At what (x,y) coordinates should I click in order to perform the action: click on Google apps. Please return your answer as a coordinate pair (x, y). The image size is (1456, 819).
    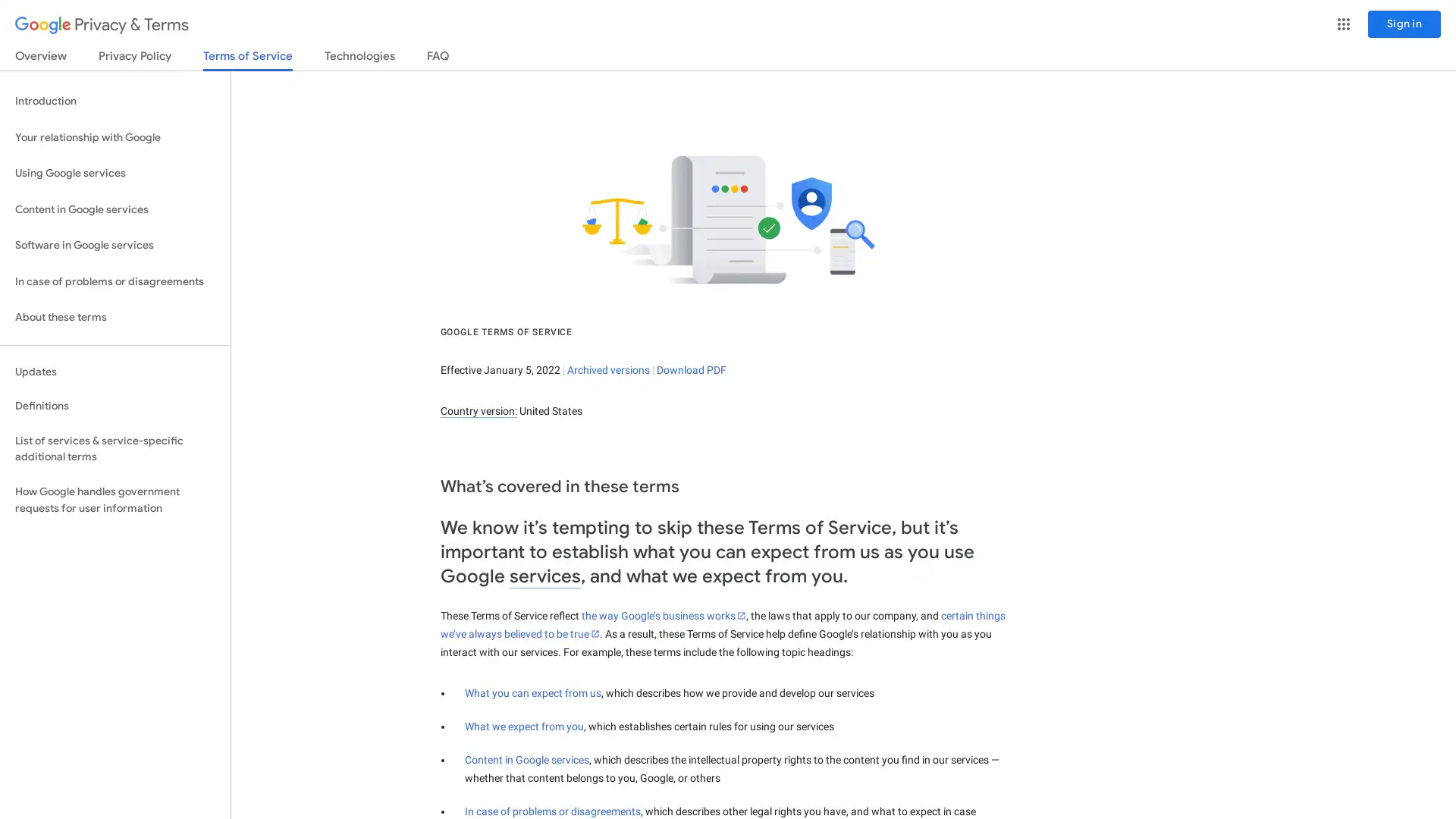
    Looking at the image, I should click on (1343, 24).